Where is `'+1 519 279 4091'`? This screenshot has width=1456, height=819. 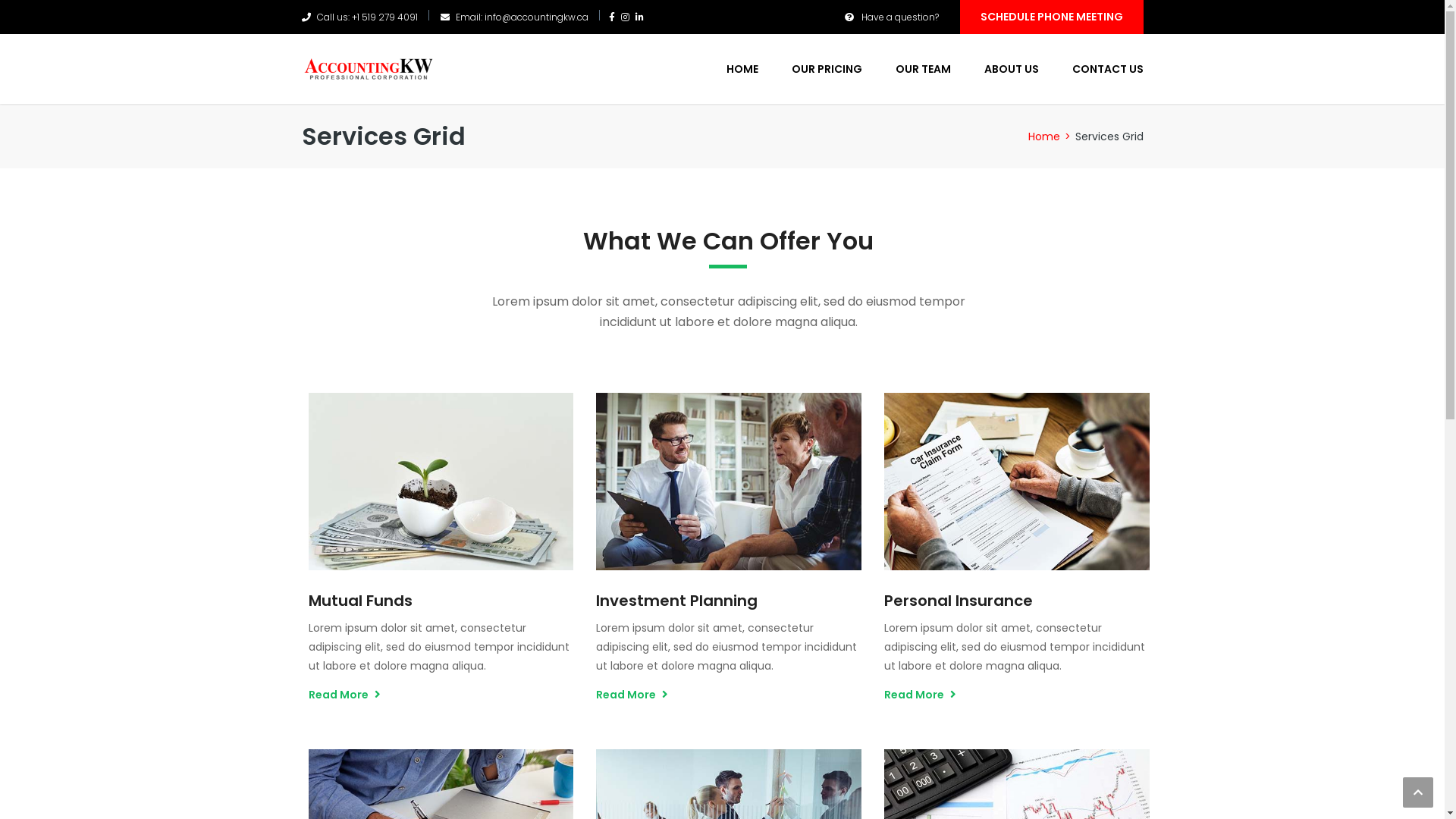 '+1 519 279 4091' is located at coordinates (351, 17).